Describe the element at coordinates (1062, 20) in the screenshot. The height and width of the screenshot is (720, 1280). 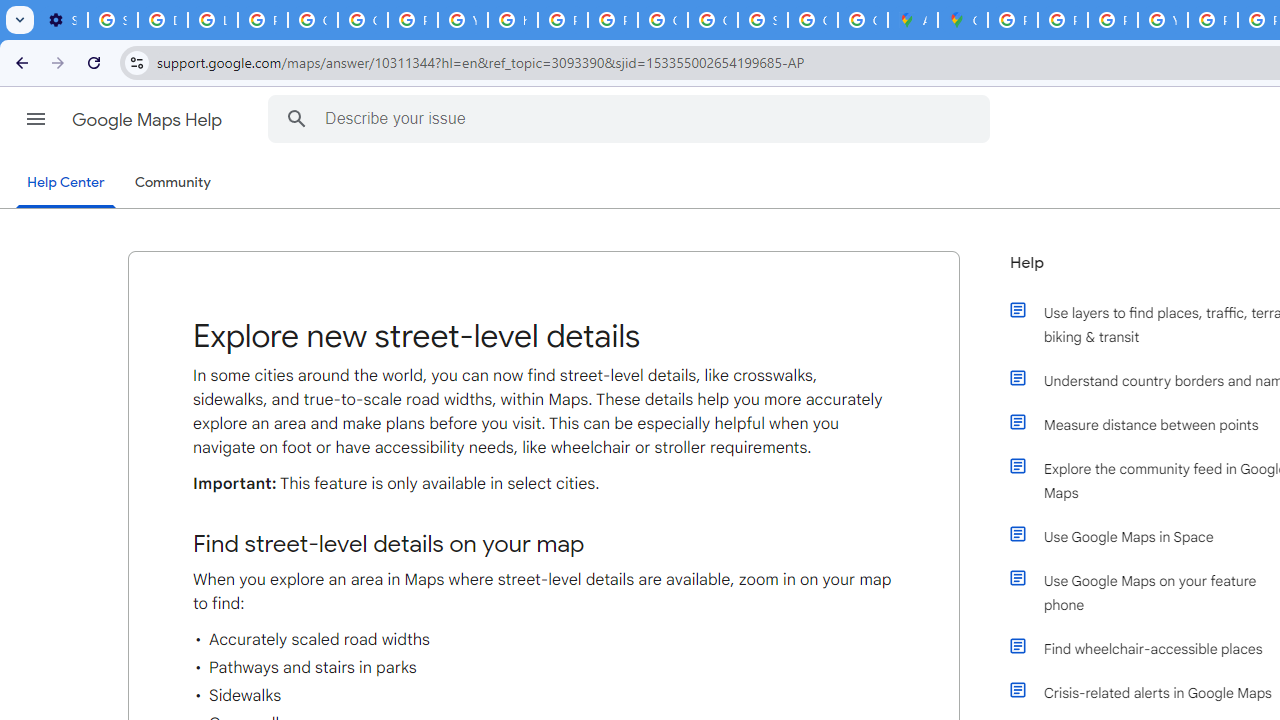
I see `'Privacy Help Center - Policies Help'` at that location.